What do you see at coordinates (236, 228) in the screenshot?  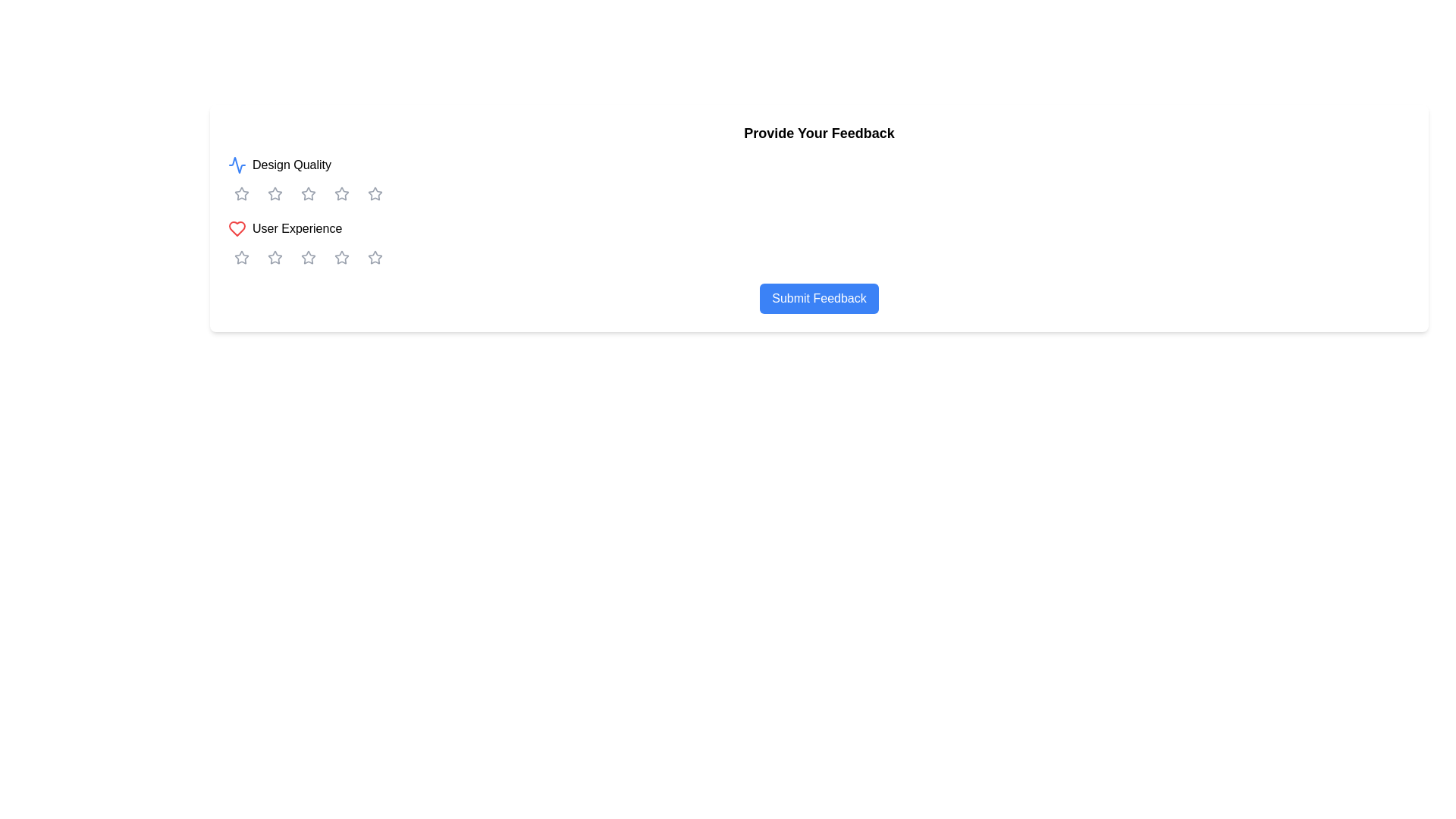 I see `the red heart-shaped icon under the 'User Experience' label in the feedback section, which is part of the rating system` at bounding box center [236, 228].